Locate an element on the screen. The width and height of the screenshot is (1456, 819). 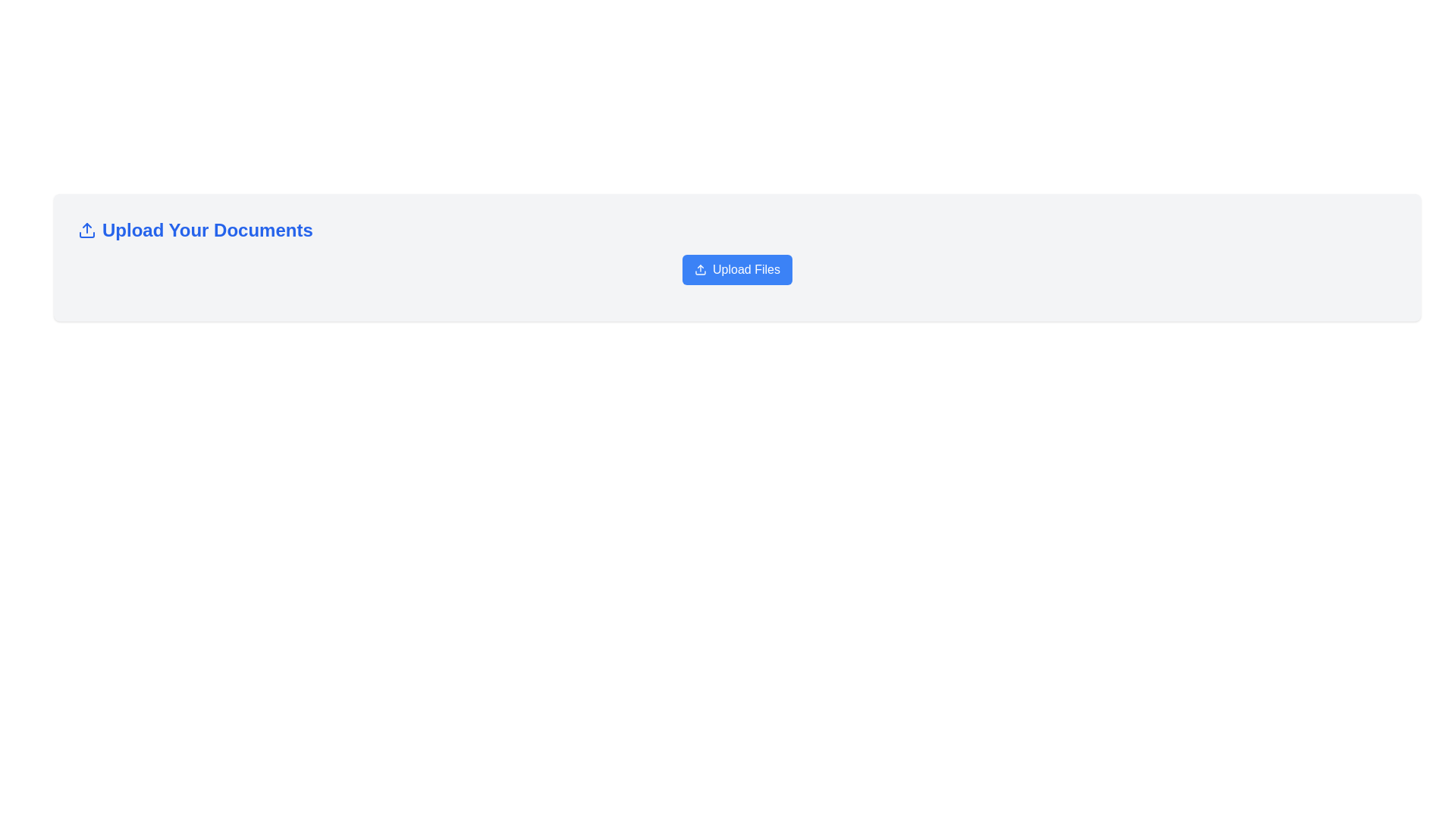
the 'Upload Files' button with a blue background and white text is located at coordinates (737, 275).